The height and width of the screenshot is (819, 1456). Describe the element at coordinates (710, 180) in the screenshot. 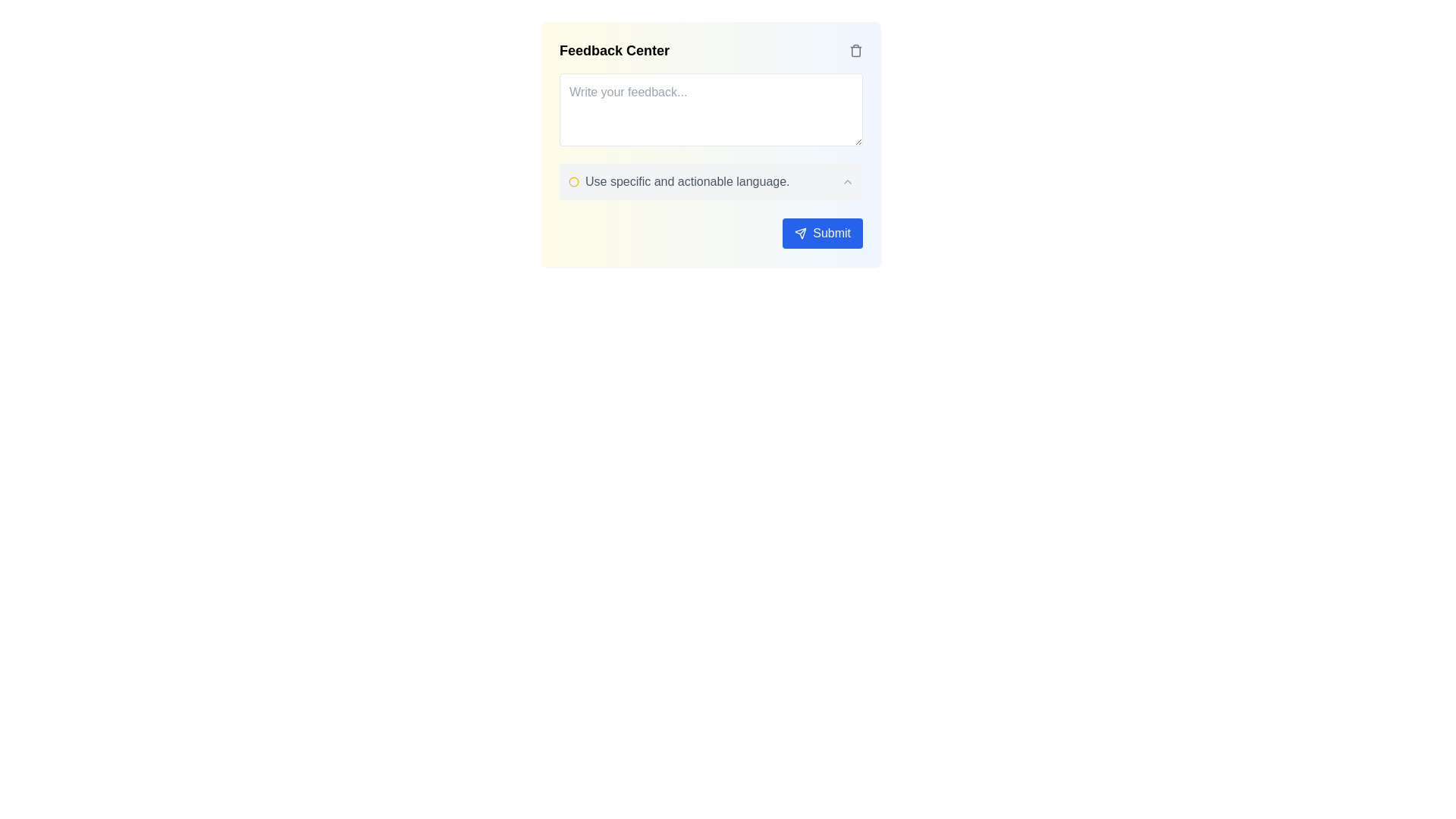

I see `informational text that states 'Use specific and actionable language.' which is styled with a light gray background and rounded corners, located beneath the feedback input text area and above the 'Submit' button in the 'Feedback Center' section` at that location.